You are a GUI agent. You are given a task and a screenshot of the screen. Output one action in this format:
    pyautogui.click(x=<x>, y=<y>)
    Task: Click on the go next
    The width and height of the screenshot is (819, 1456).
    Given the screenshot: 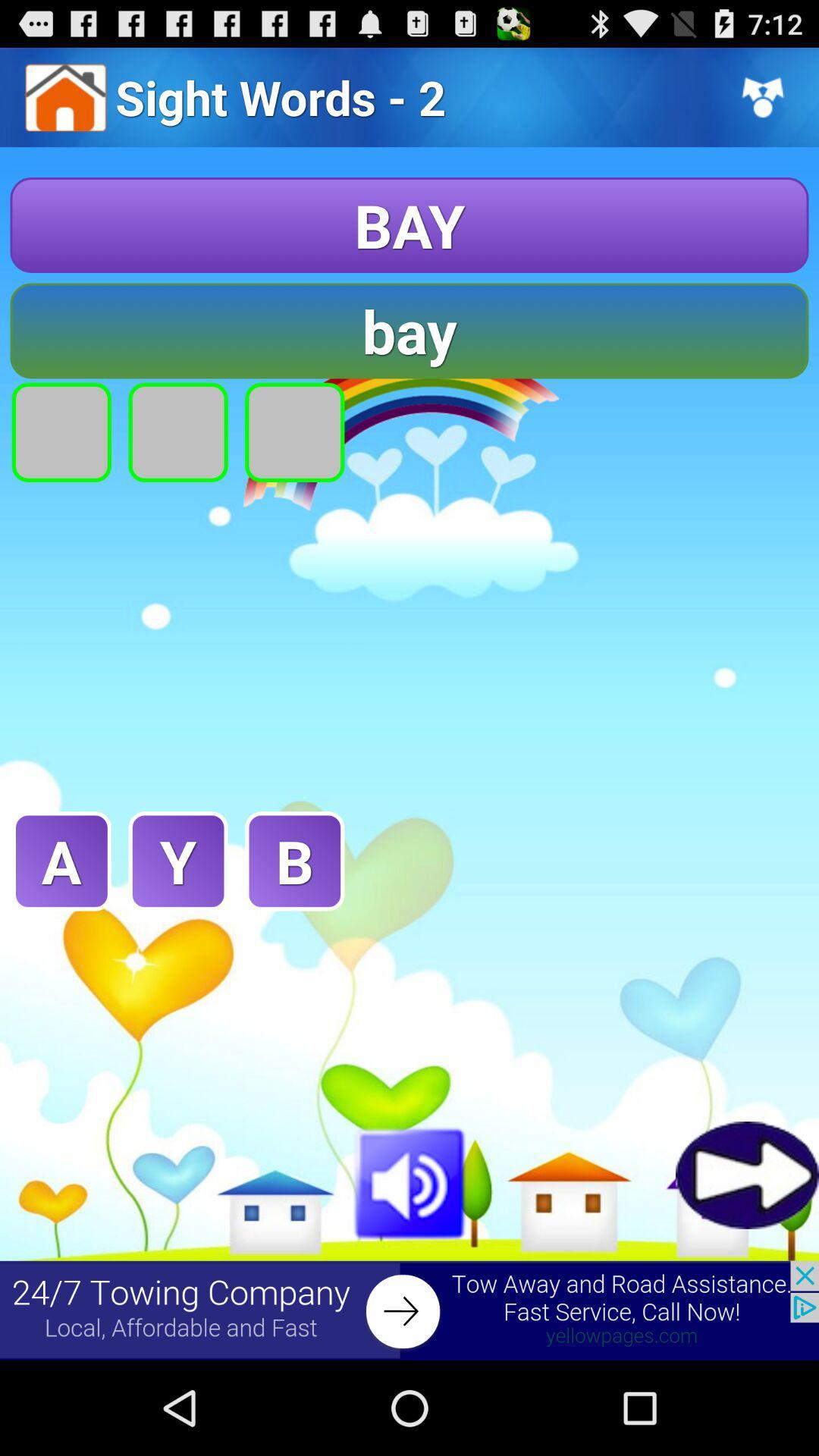 What is the action you would take?
    pyautogui.click(x=746, y=1174)
    